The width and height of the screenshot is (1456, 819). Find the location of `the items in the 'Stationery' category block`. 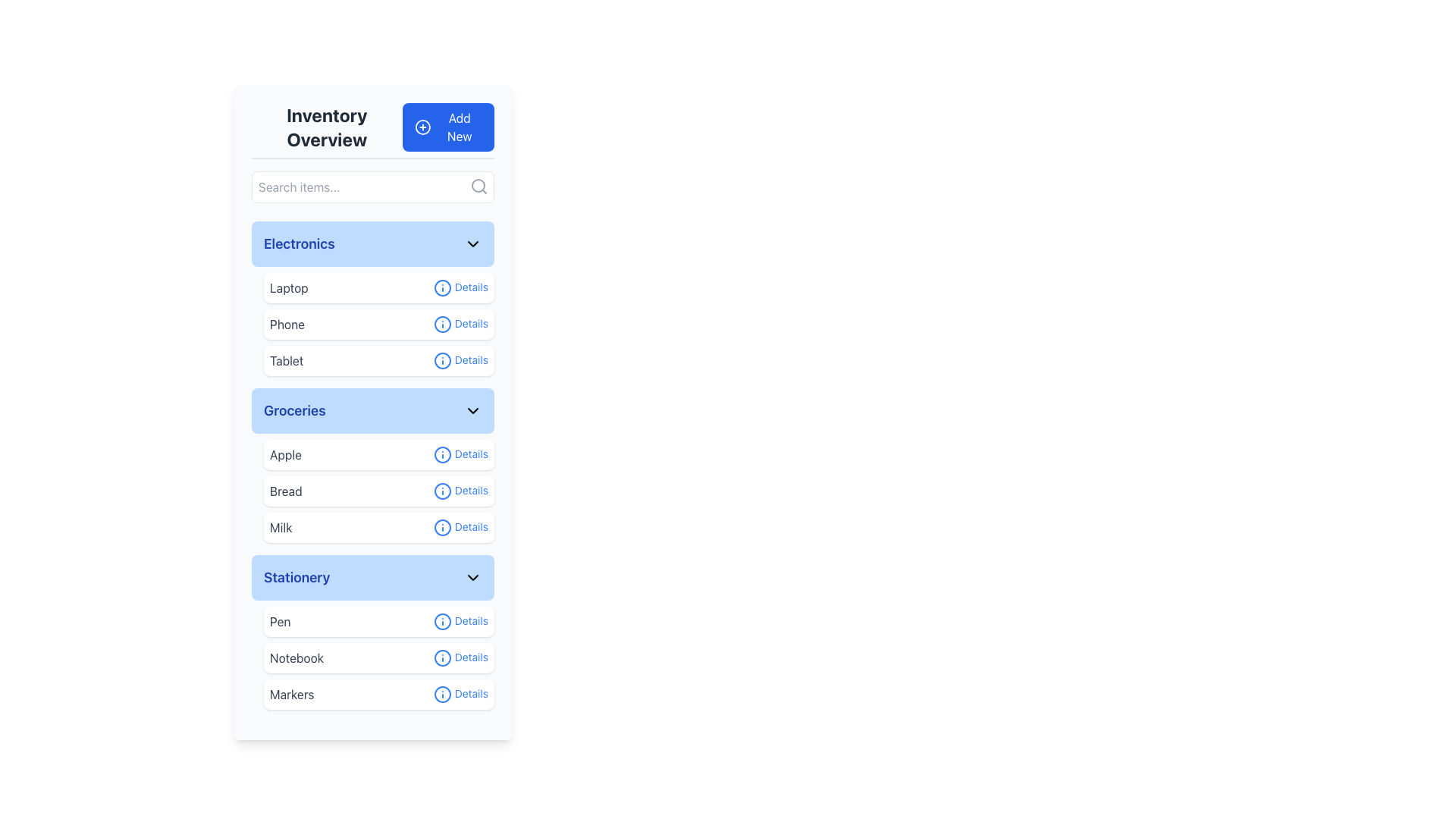

the items in the 'Stationery' category block is located at coordinates (372, 632).